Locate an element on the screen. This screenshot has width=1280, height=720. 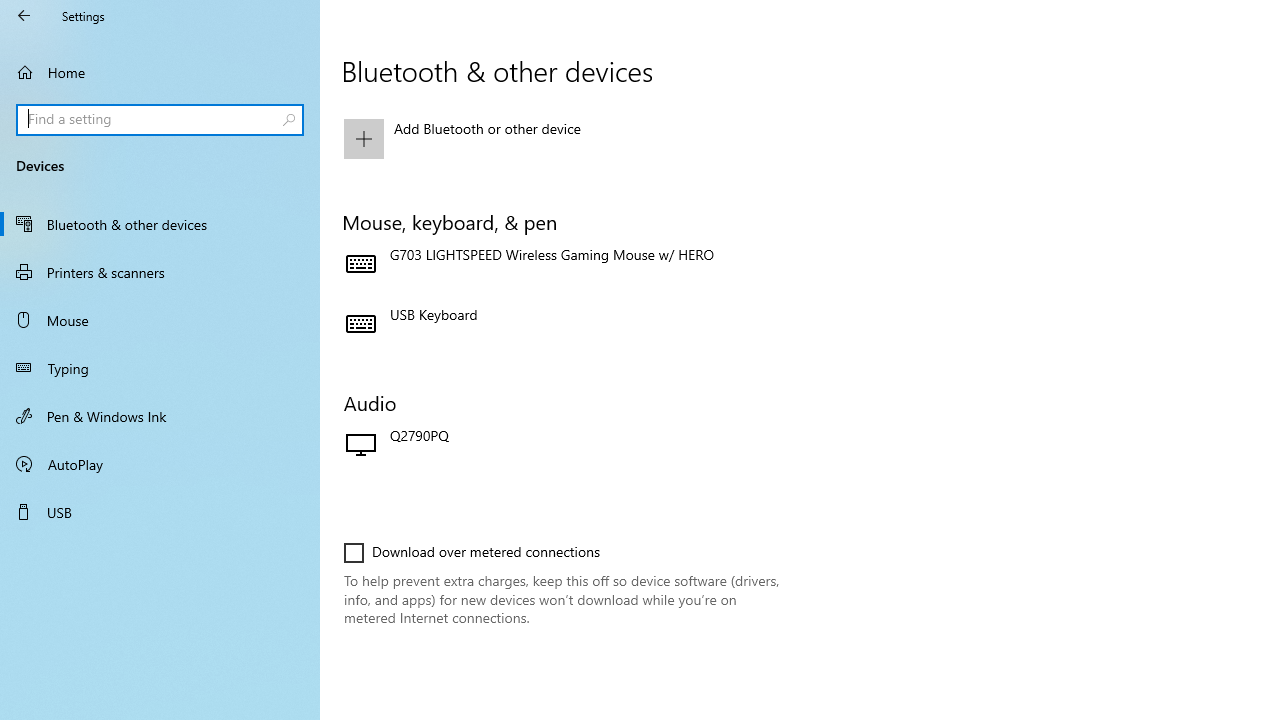
'Search box, Find a setting' is located at coordinates (160, 119).